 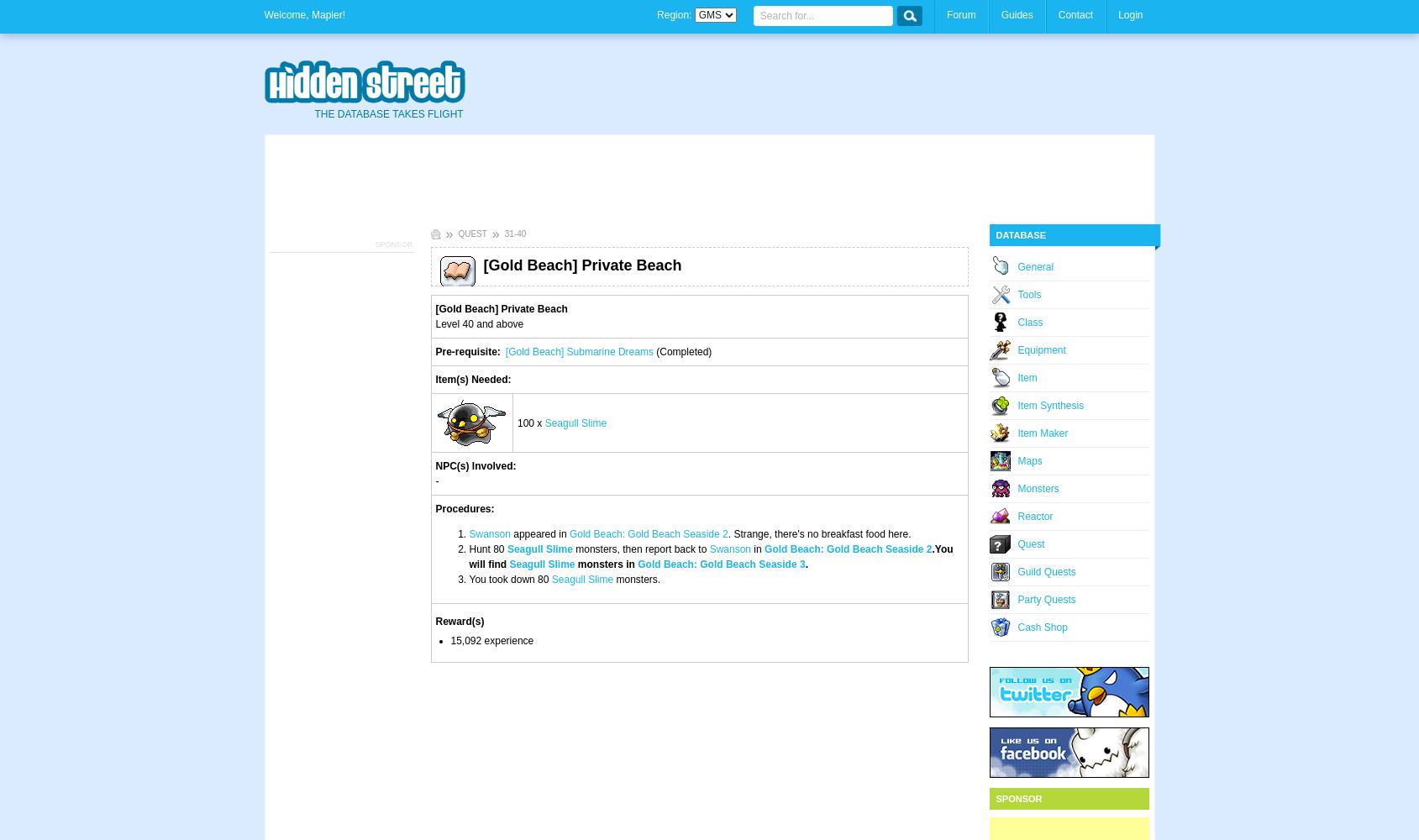 What do you see at coordinates (1050, 405) in the screenshot?
I see `'Item Synthesis'` at bounding box center [1050, 405].